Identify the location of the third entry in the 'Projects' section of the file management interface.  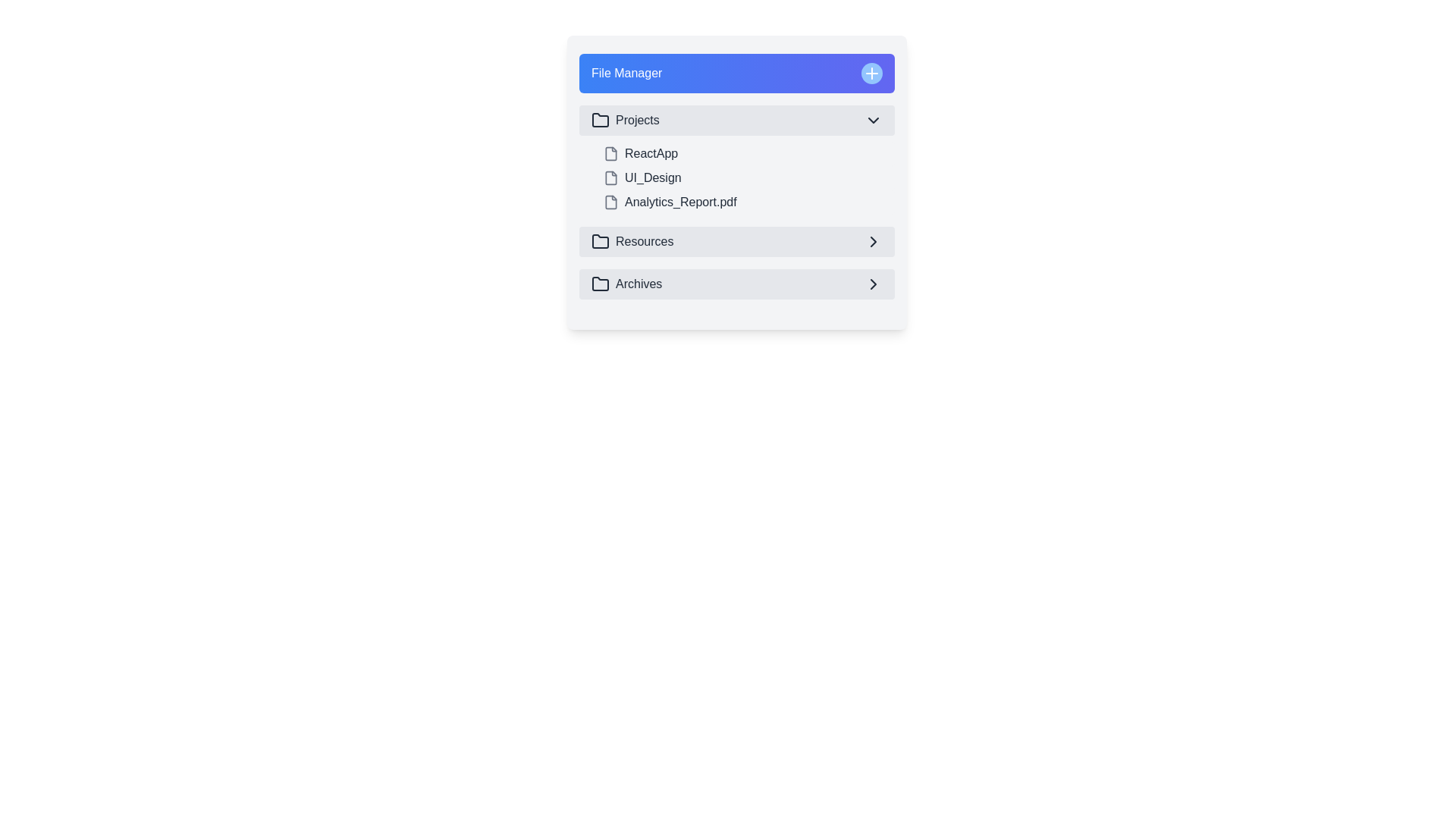
(736, 201).